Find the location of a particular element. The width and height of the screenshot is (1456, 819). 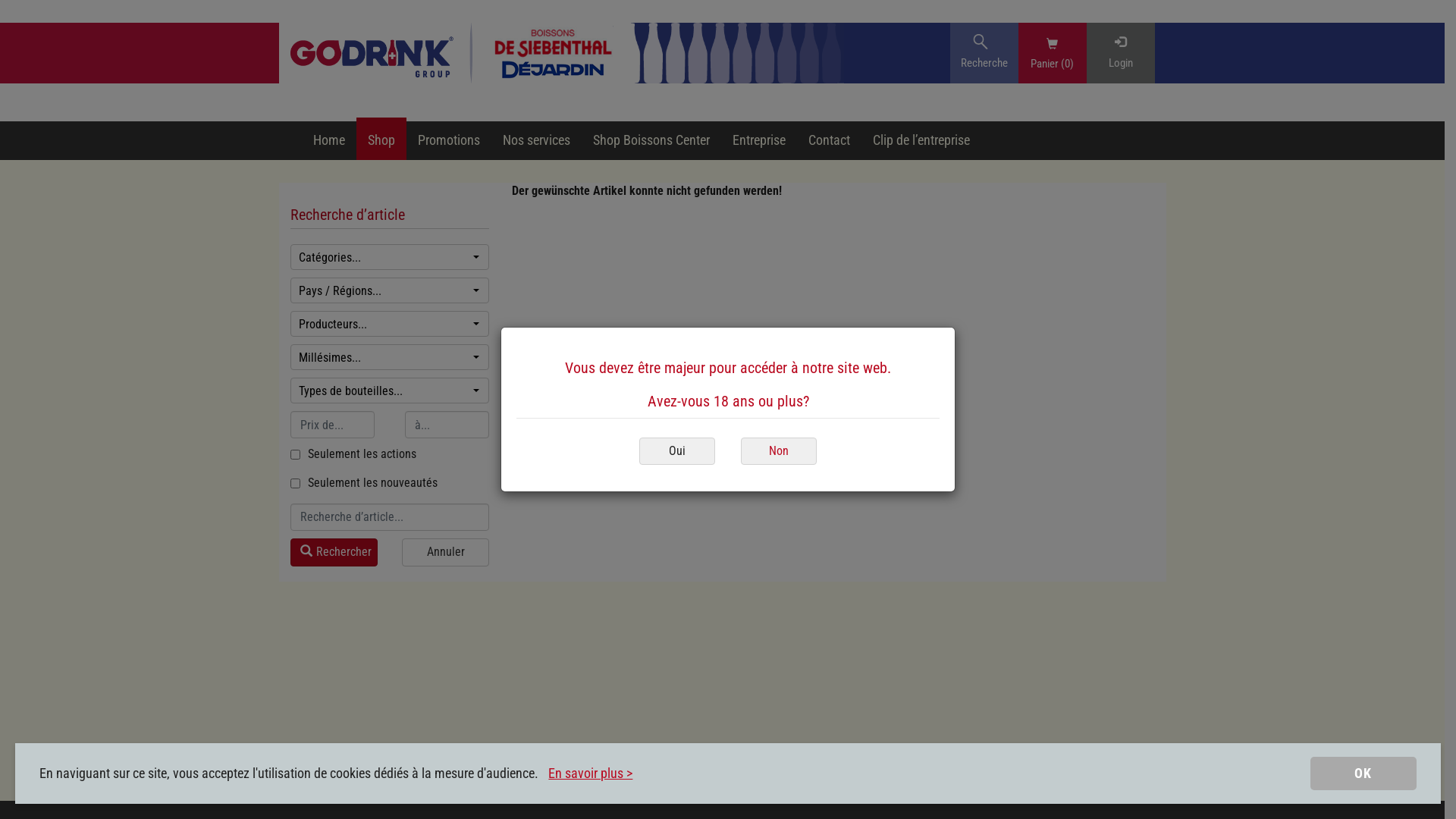

'Non' is located at coordinates (779, 450).